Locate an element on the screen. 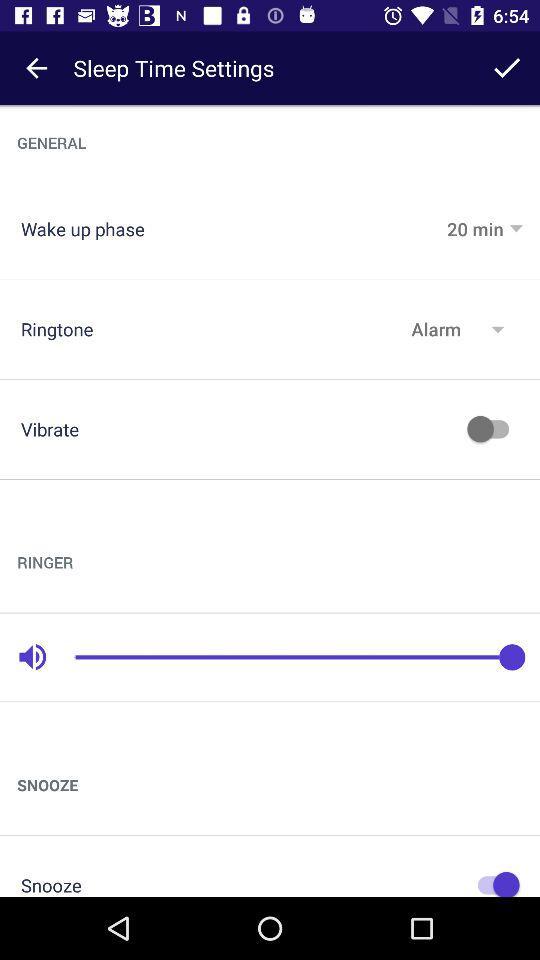  on button is located at coordinates (492, 881).